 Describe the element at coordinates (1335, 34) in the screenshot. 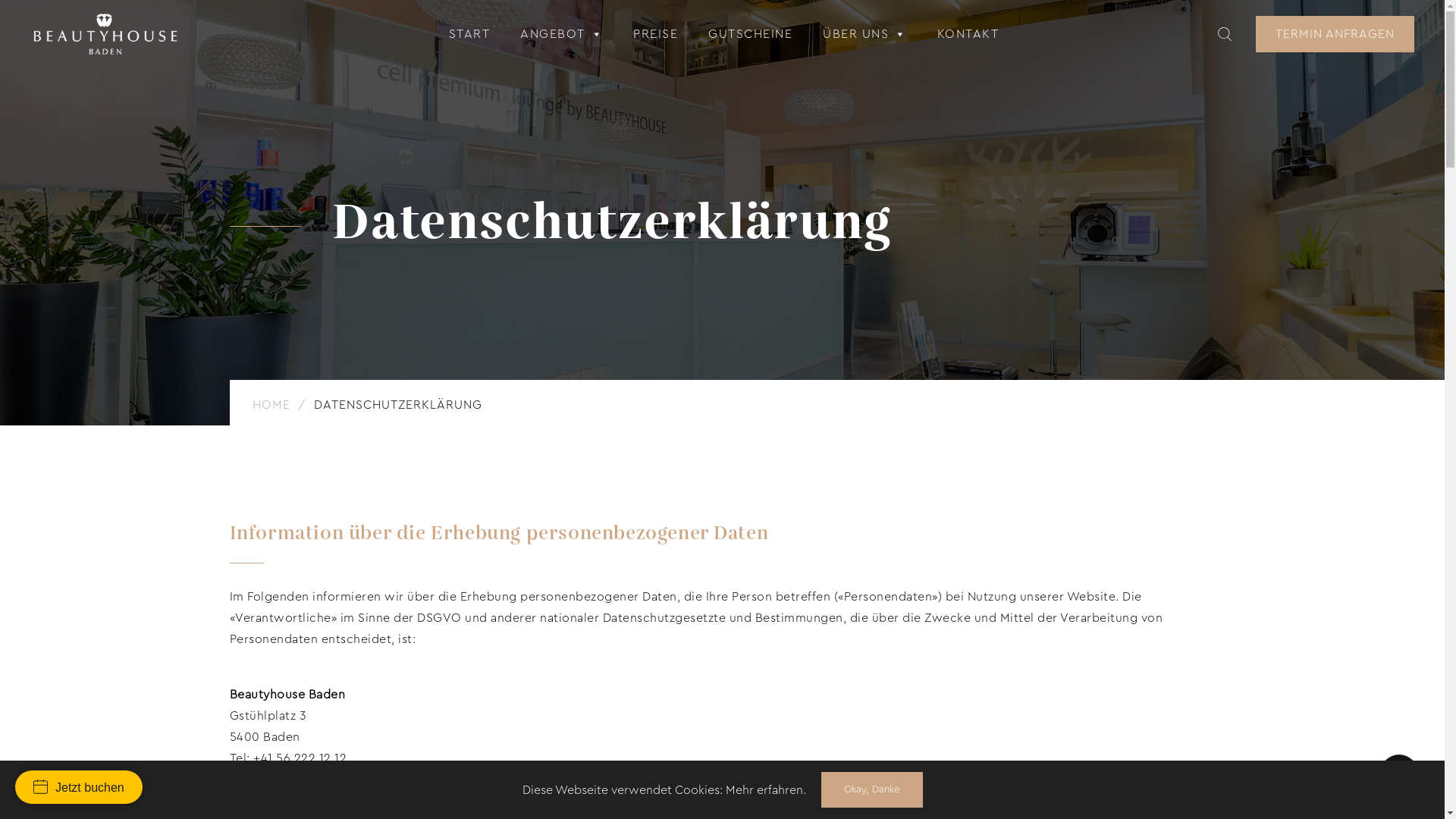

I see `'TERMIN ANFRAGEN'` at that location.